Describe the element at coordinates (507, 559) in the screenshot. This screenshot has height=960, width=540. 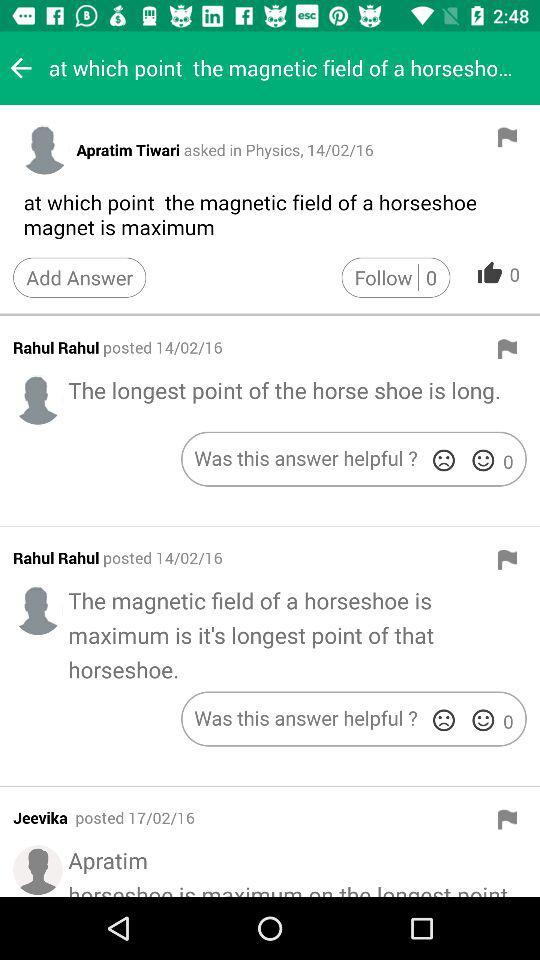
I see `flag commentary` at that location.